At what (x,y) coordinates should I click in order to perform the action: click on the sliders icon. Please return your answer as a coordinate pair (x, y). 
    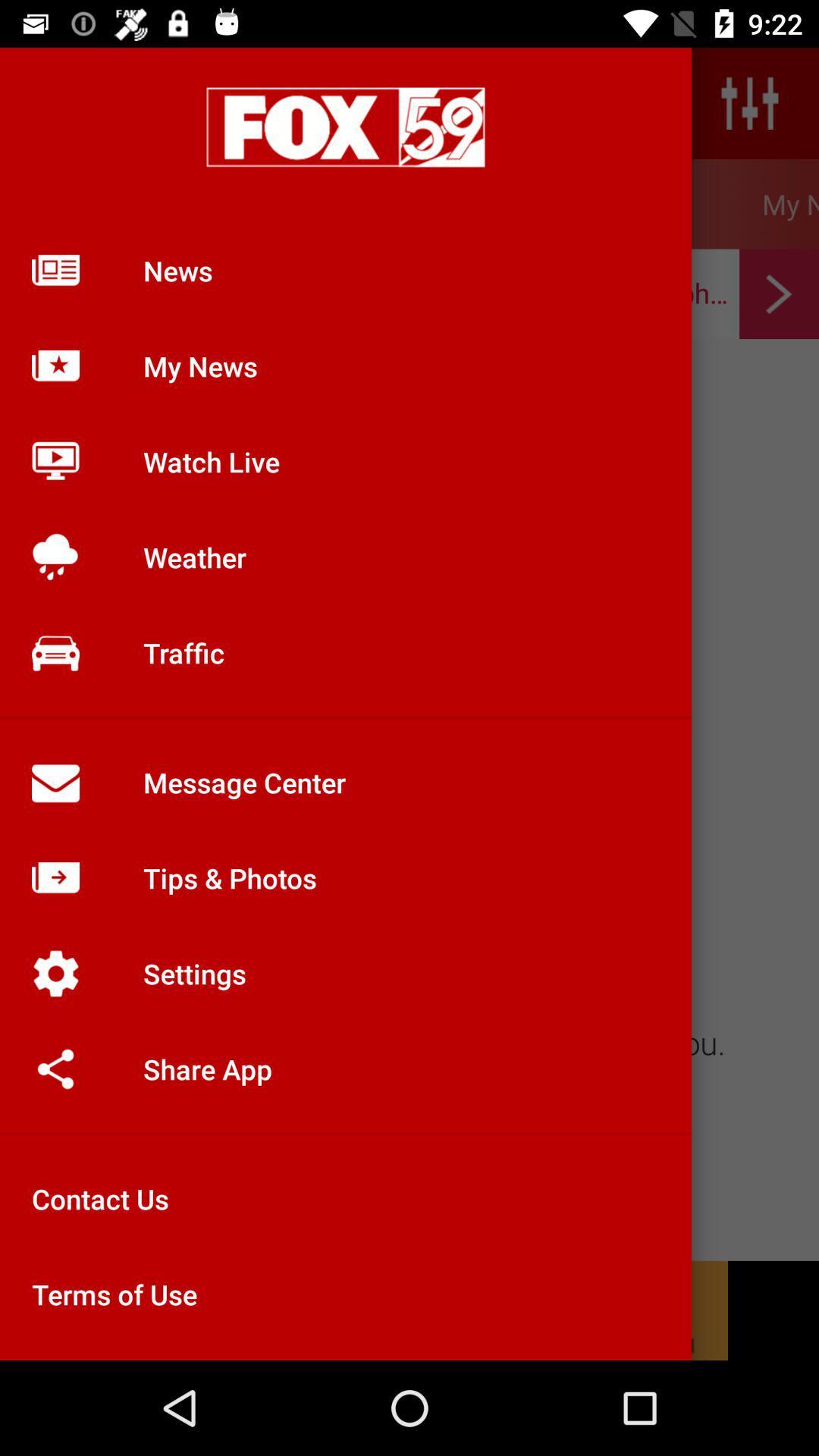
    Looking at the image, I should click on (748, 102).